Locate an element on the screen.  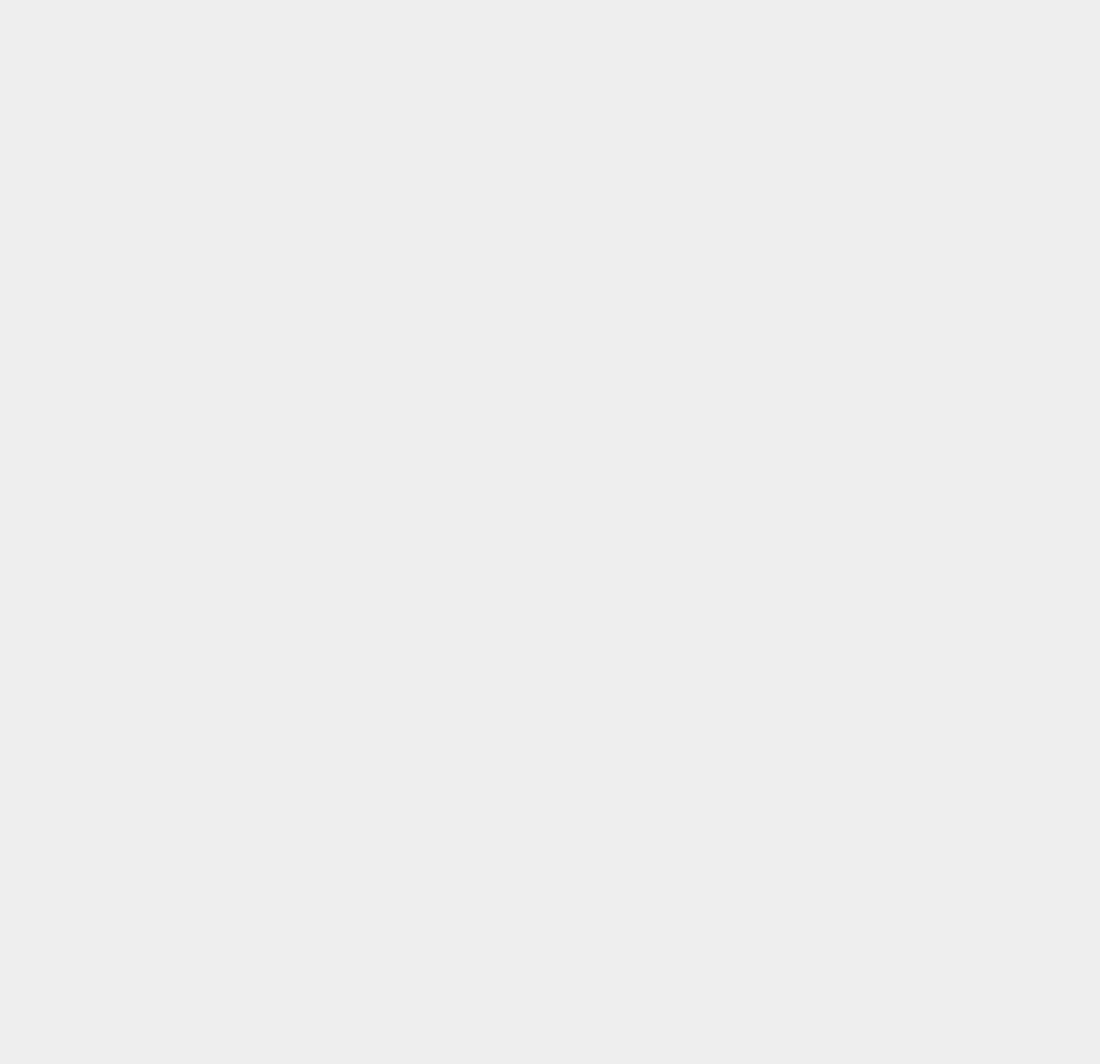
'WiFi Hotspots' is located at coordinates (821, 626).